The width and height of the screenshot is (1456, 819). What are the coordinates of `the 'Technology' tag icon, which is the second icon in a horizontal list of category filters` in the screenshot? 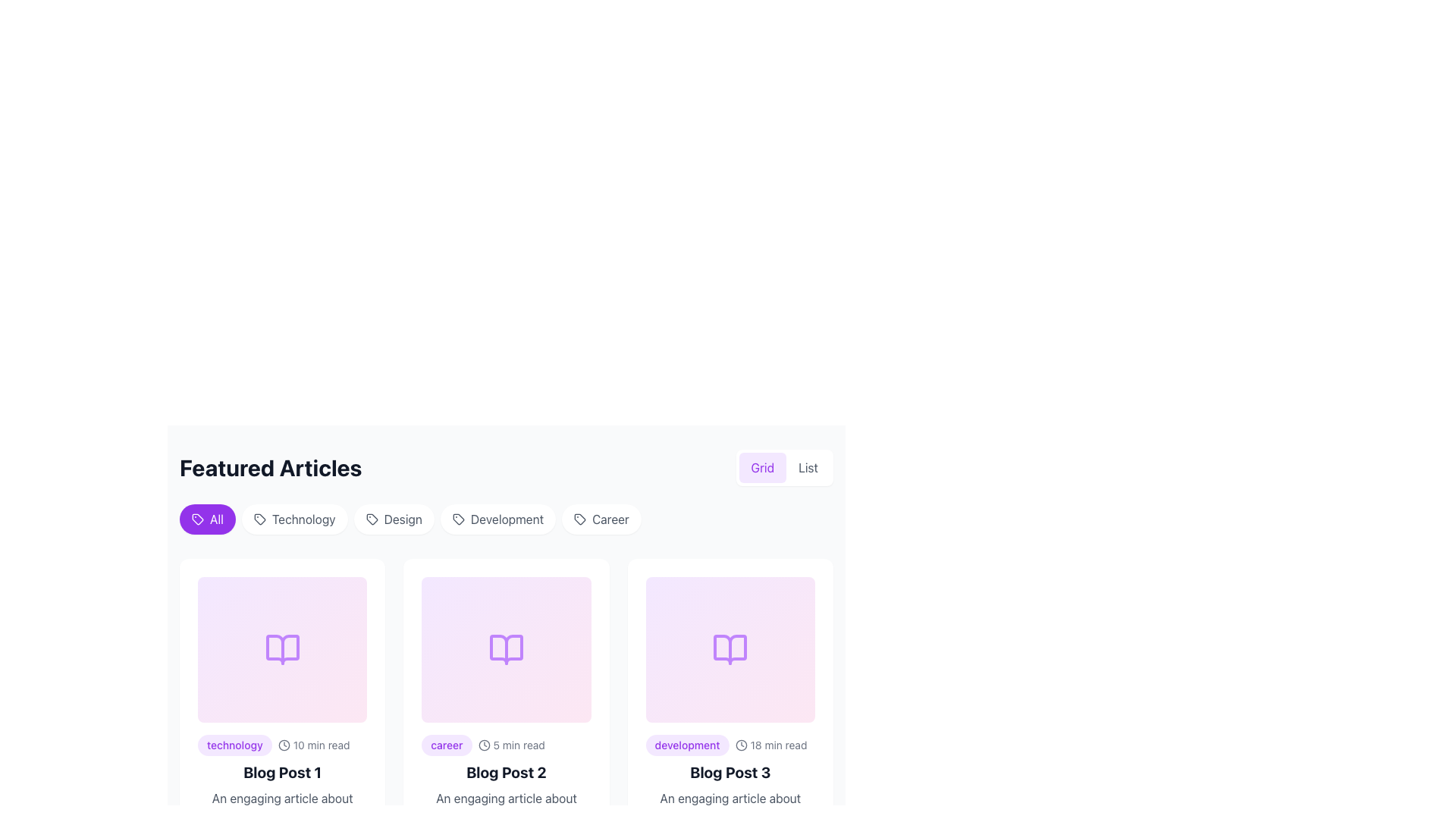 It's located at (259, 519).